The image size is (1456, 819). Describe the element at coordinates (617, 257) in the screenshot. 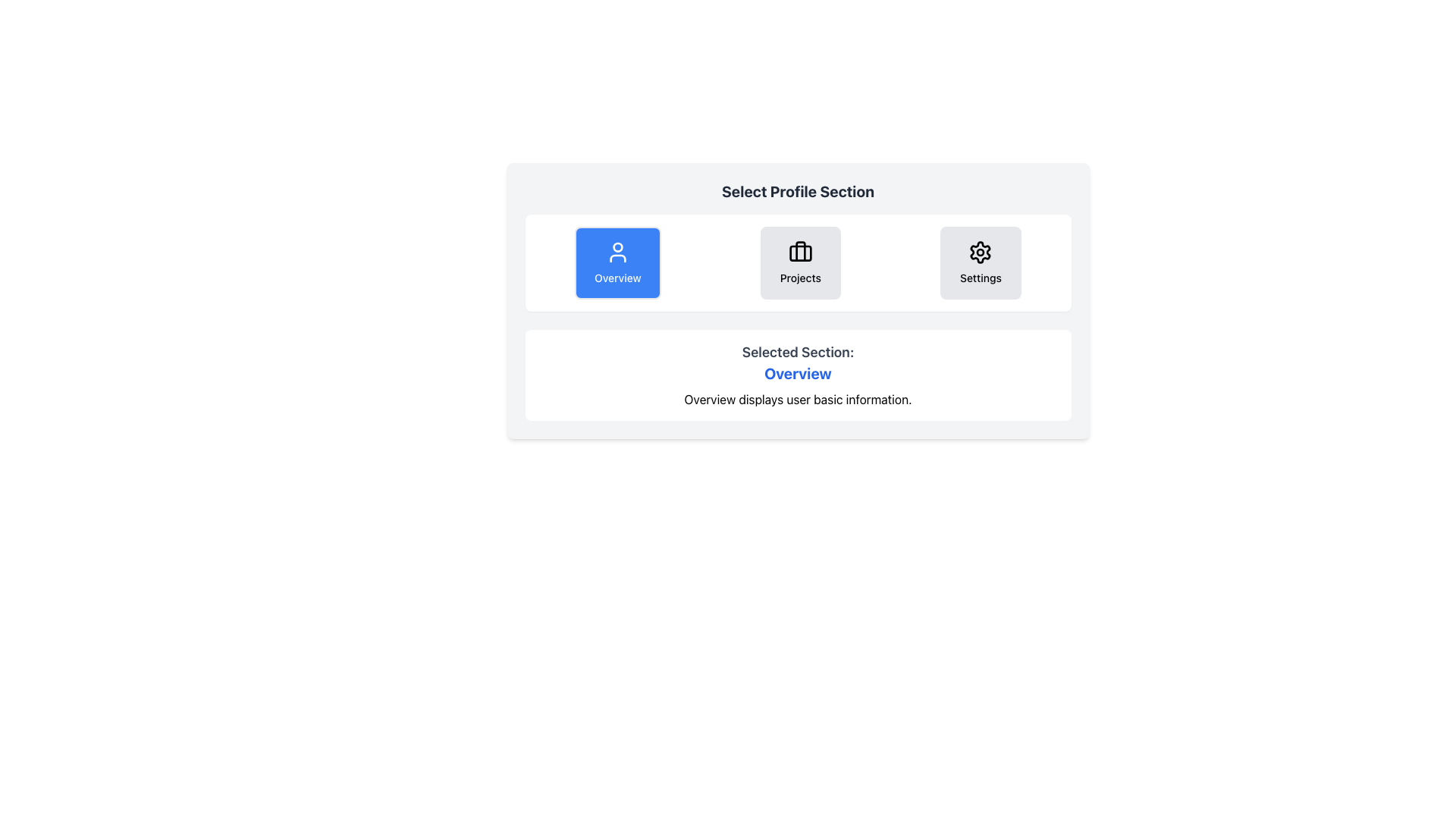

I see `the arc or semi-circular shape of the user profile icon located in the selection menu row, above the 'Overview' label` at that location.